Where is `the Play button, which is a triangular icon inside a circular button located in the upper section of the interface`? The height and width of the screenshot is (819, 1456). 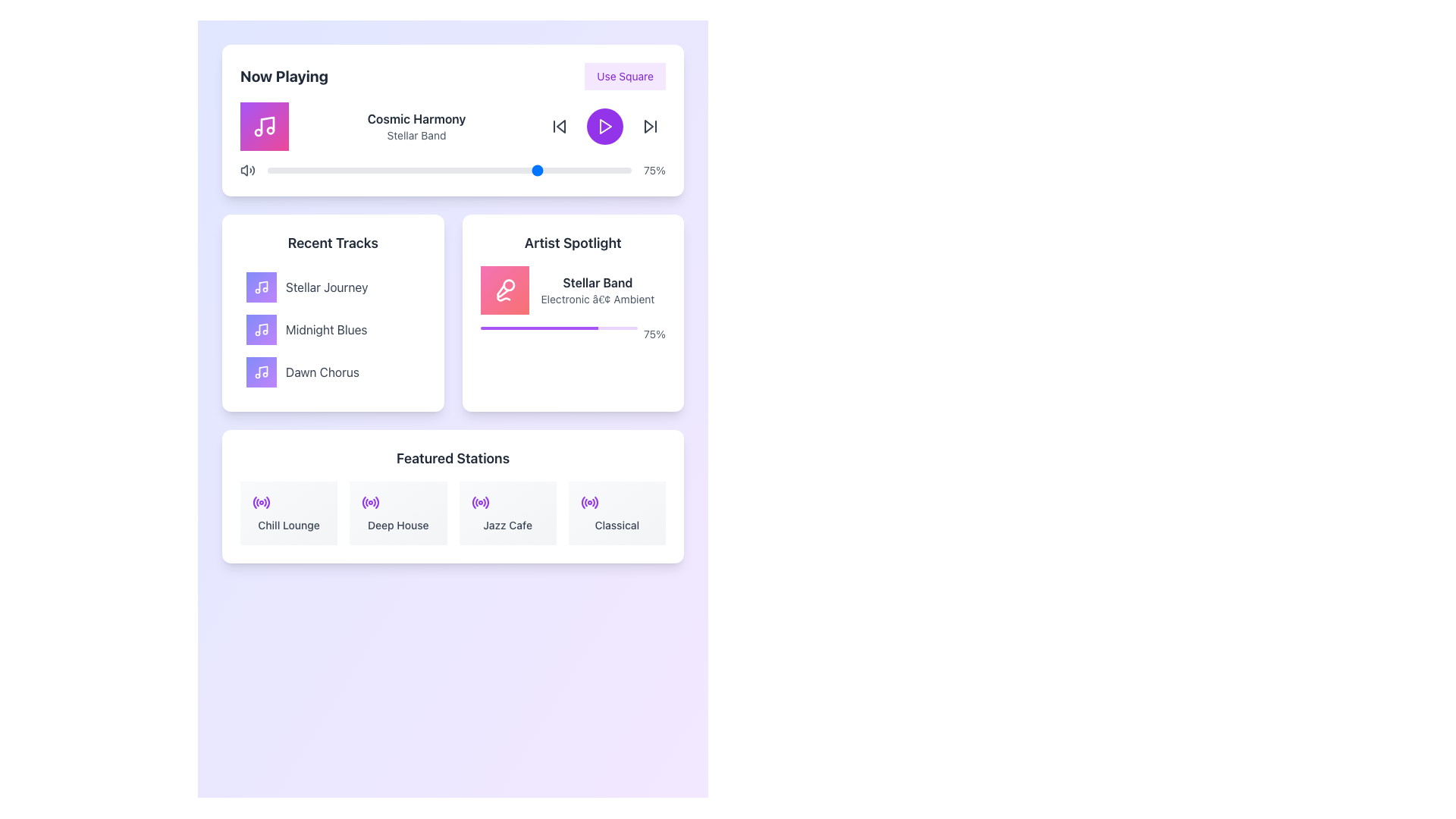
the Play button, which is a triangular icon inside a circular button located in the upper section of the interface is located at coordinates (604, 125).